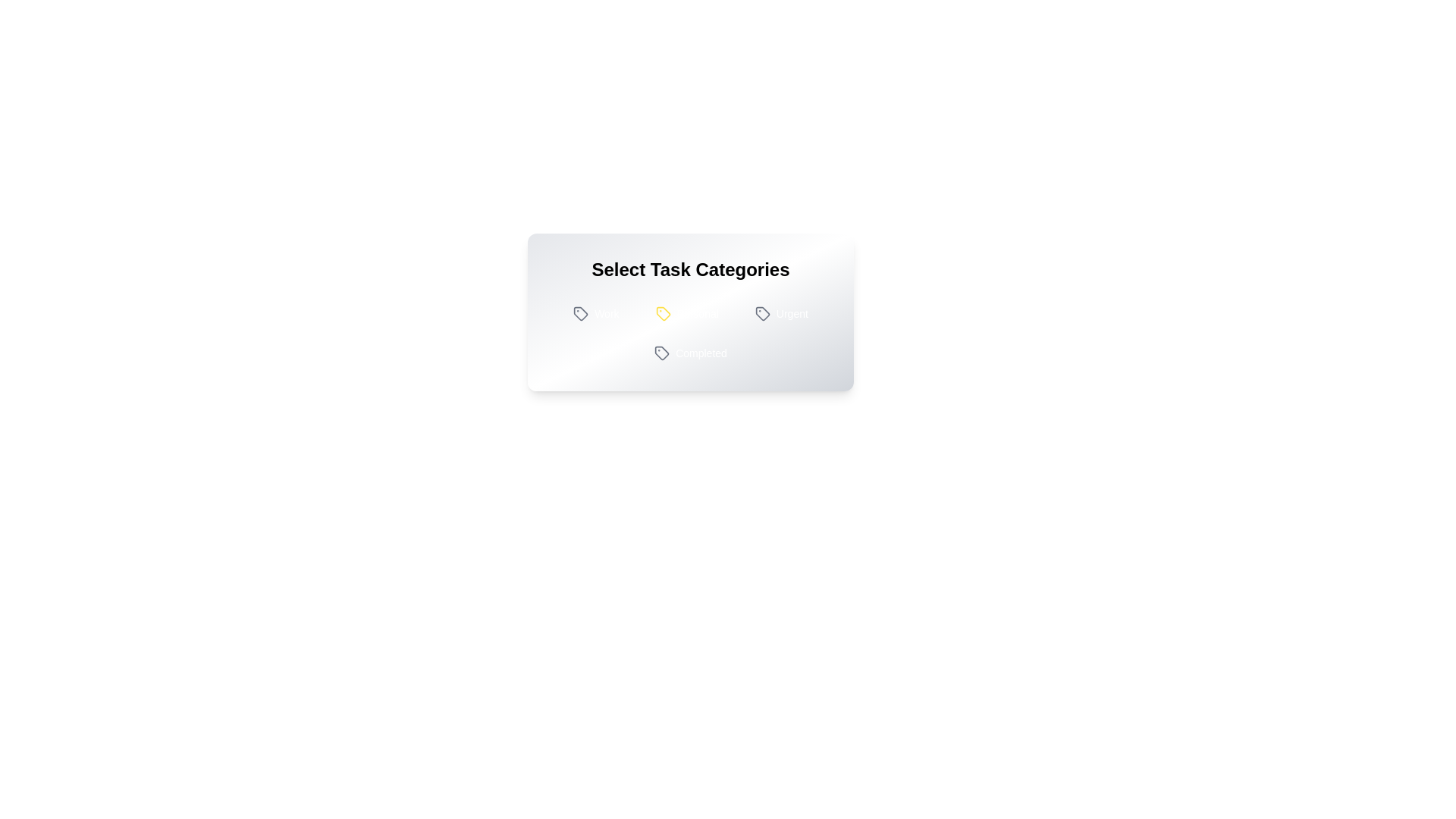 Image resolution: width=1456 pixels, height=819 pixels. What do you see at coordinates (686, 312) in the screenshot?
I see `the category chip labeled Personal` at bounding box center [686, 312].